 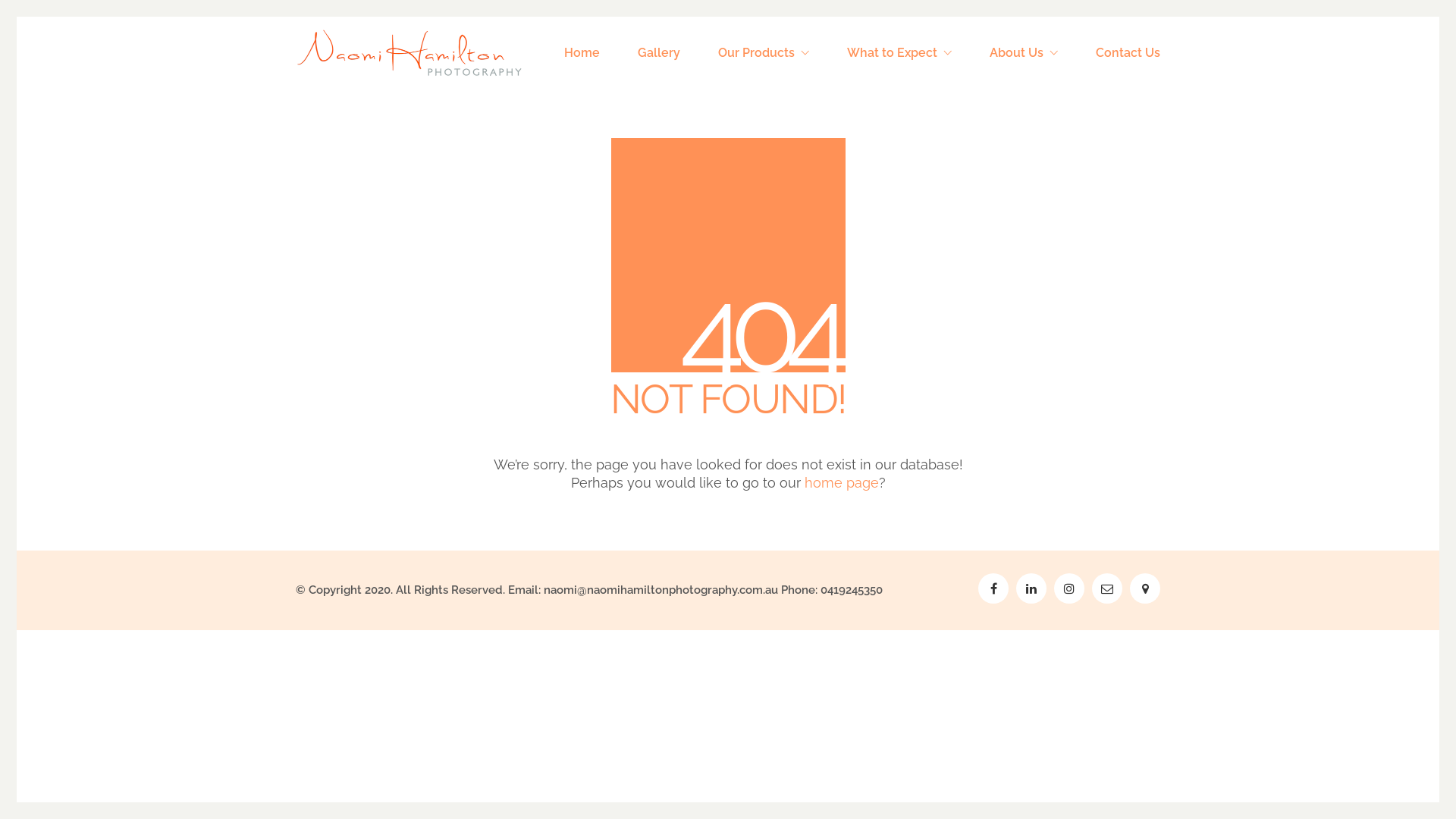 What do you see at coordinates (658, 52) in the screenshot?
I see `'Gallery'` at bounding box center [658, 52].